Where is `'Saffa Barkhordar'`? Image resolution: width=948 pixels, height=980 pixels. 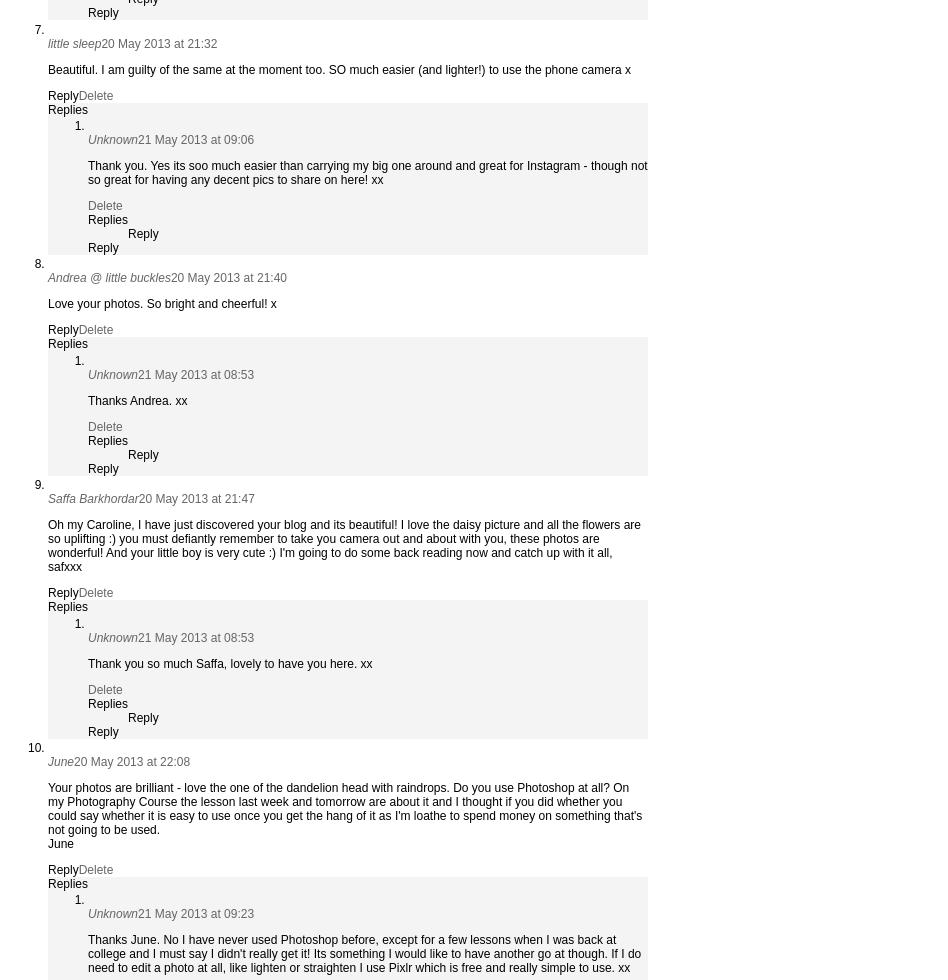 'Saffa Barkhordar' is located at coordinates (92, 499).